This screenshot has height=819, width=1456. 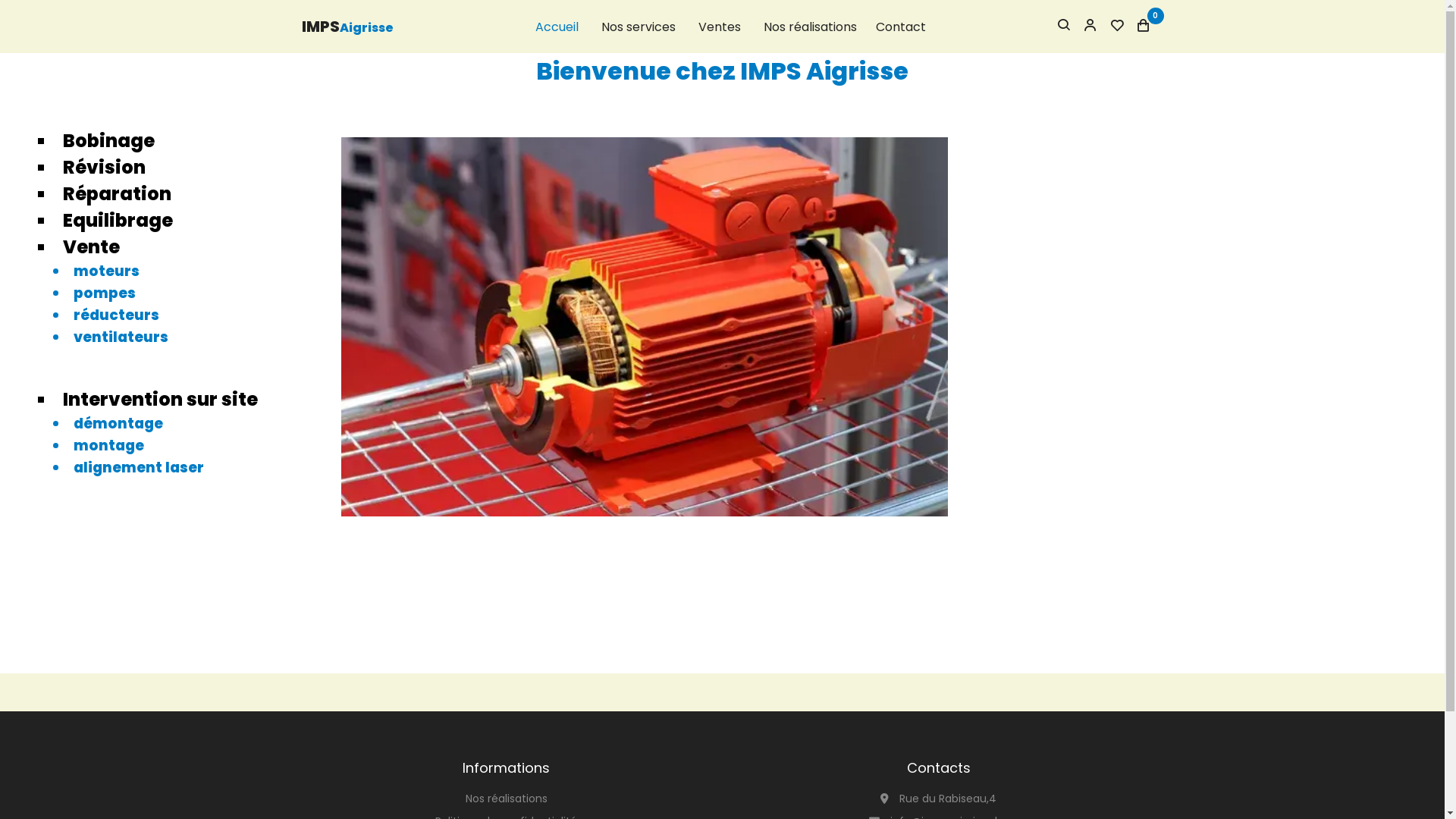 I want to click on 'Contact', so click(x=899, y=27).